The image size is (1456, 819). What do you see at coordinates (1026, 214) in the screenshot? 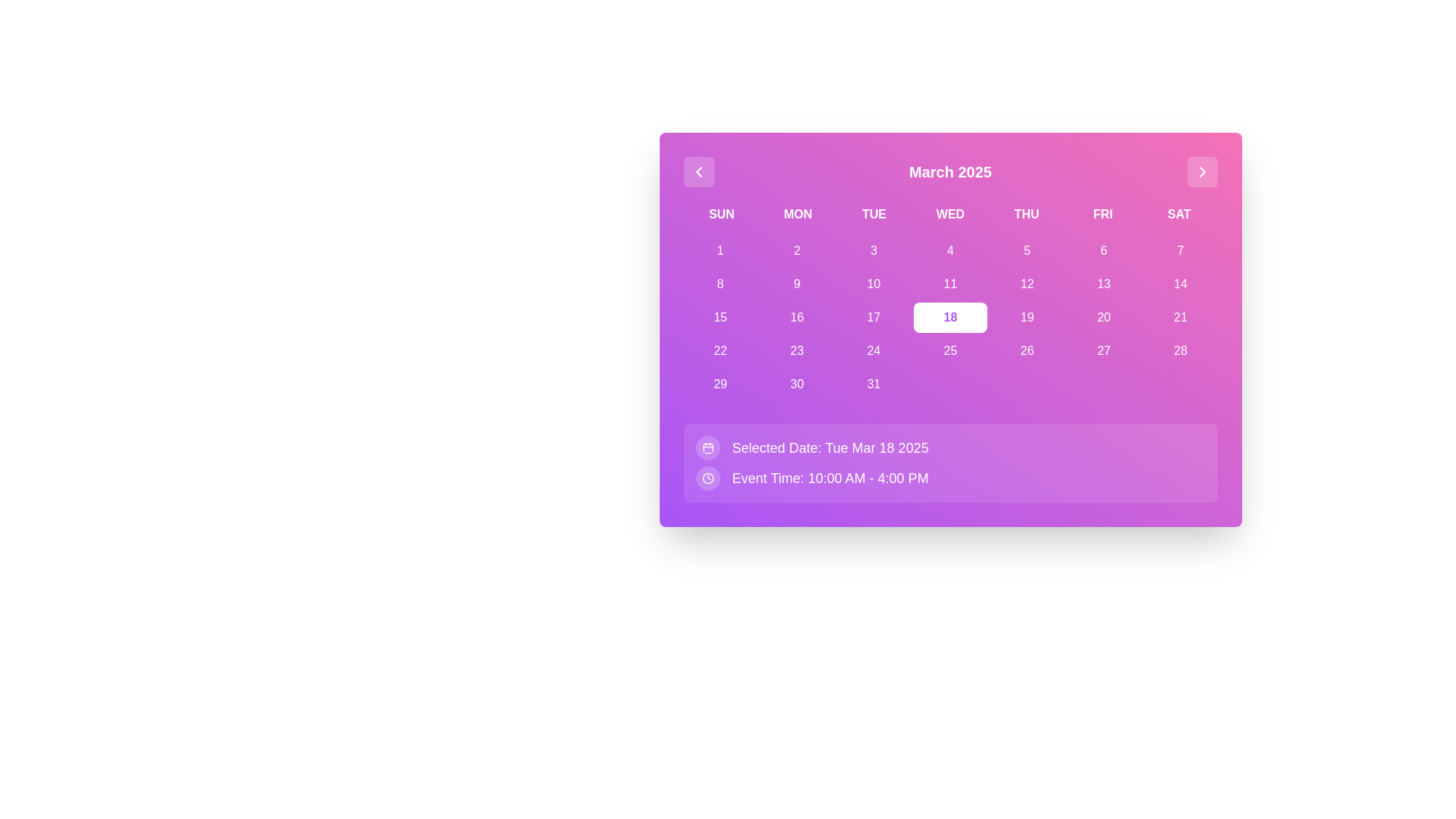
I see `the static text label displaying 'Thu', which is bold and uppercase, part of the days of the week sequence above the calendar grid` at bounding box center [1026, 214].